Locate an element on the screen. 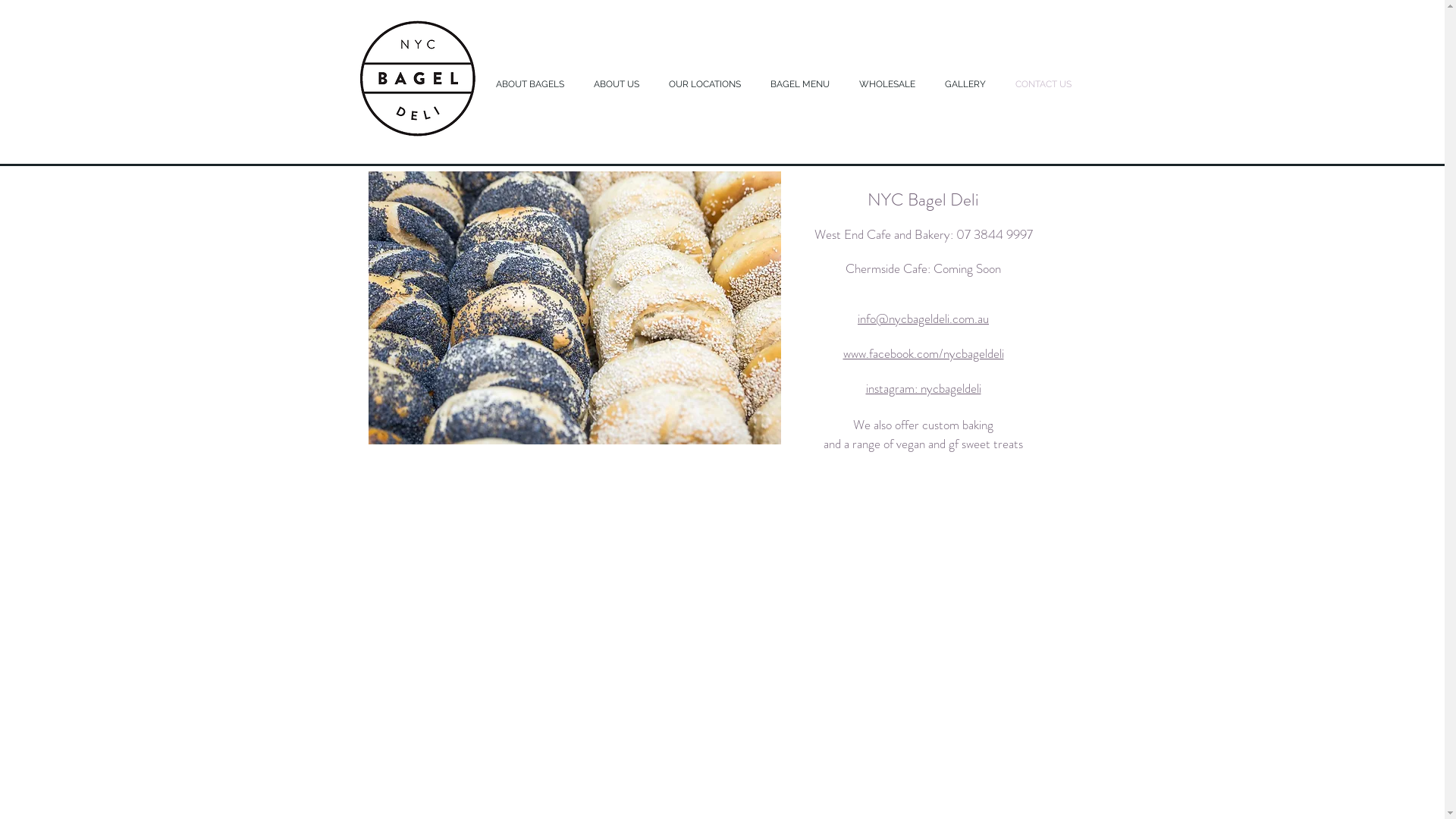  'CONTACT US' is located at coordinates (1004, 84).